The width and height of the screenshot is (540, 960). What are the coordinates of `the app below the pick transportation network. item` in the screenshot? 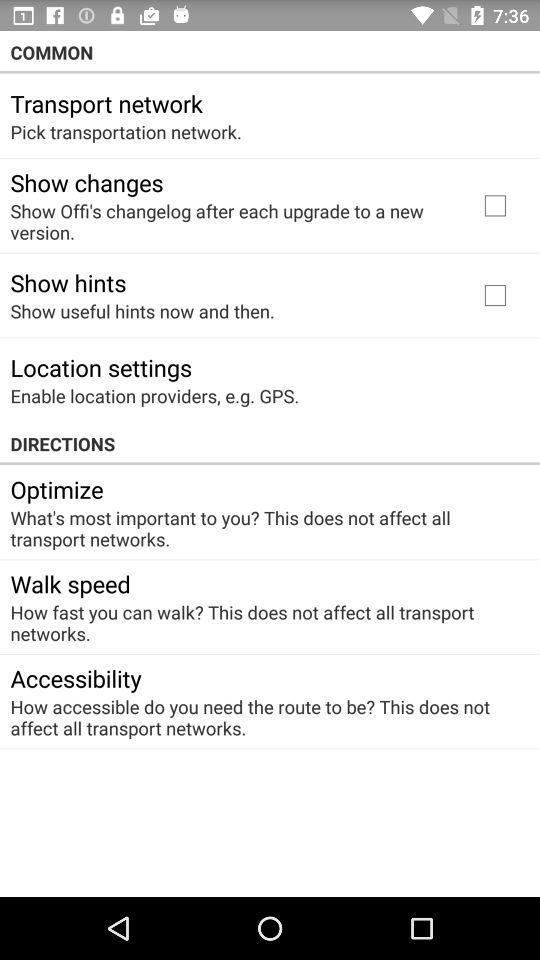 It's located at (85, 182).